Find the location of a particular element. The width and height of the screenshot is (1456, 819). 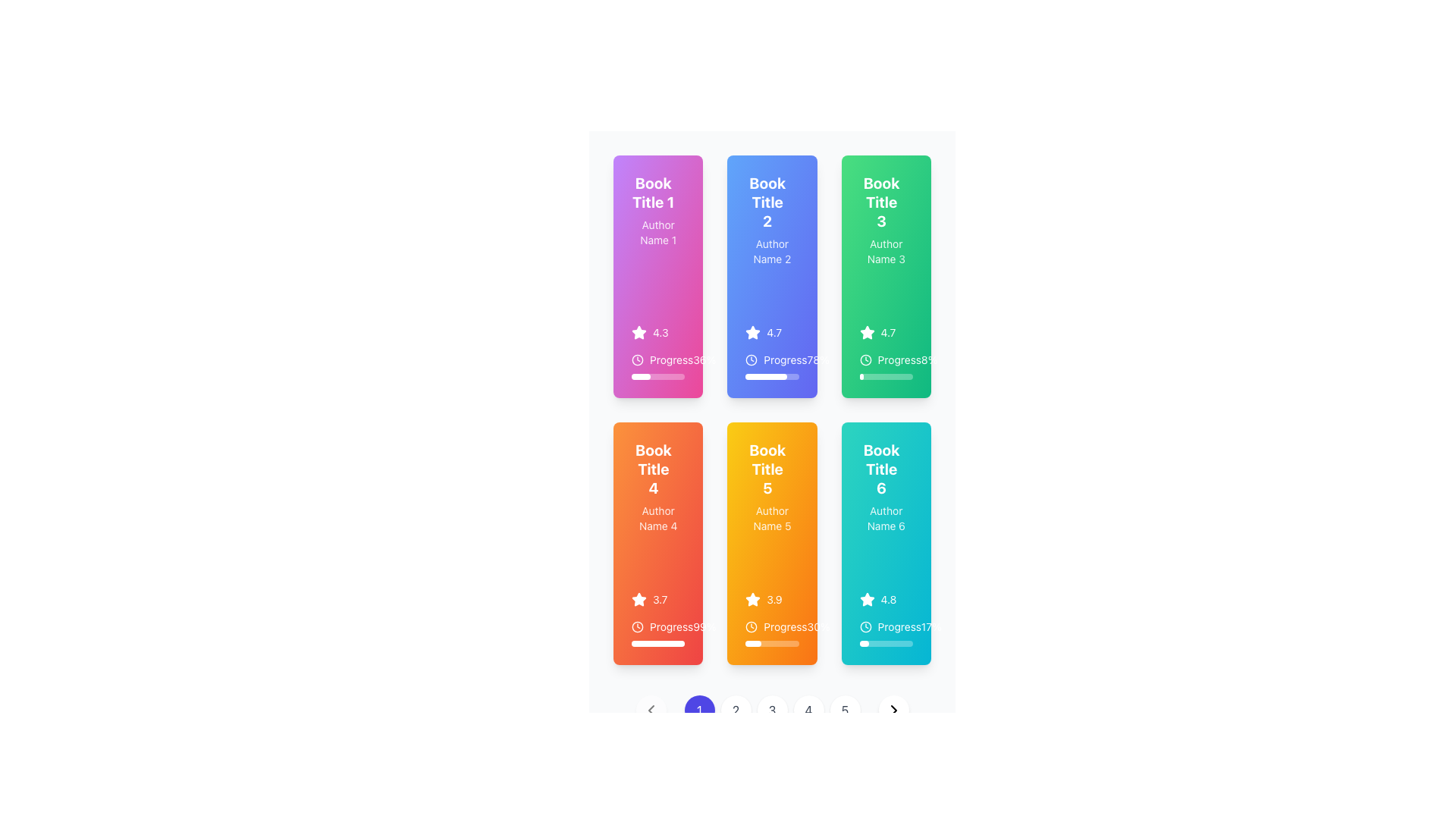

the small circular button with a white background and a black chevron icon pointing to the right at its center is located at coordinates (893, 711).